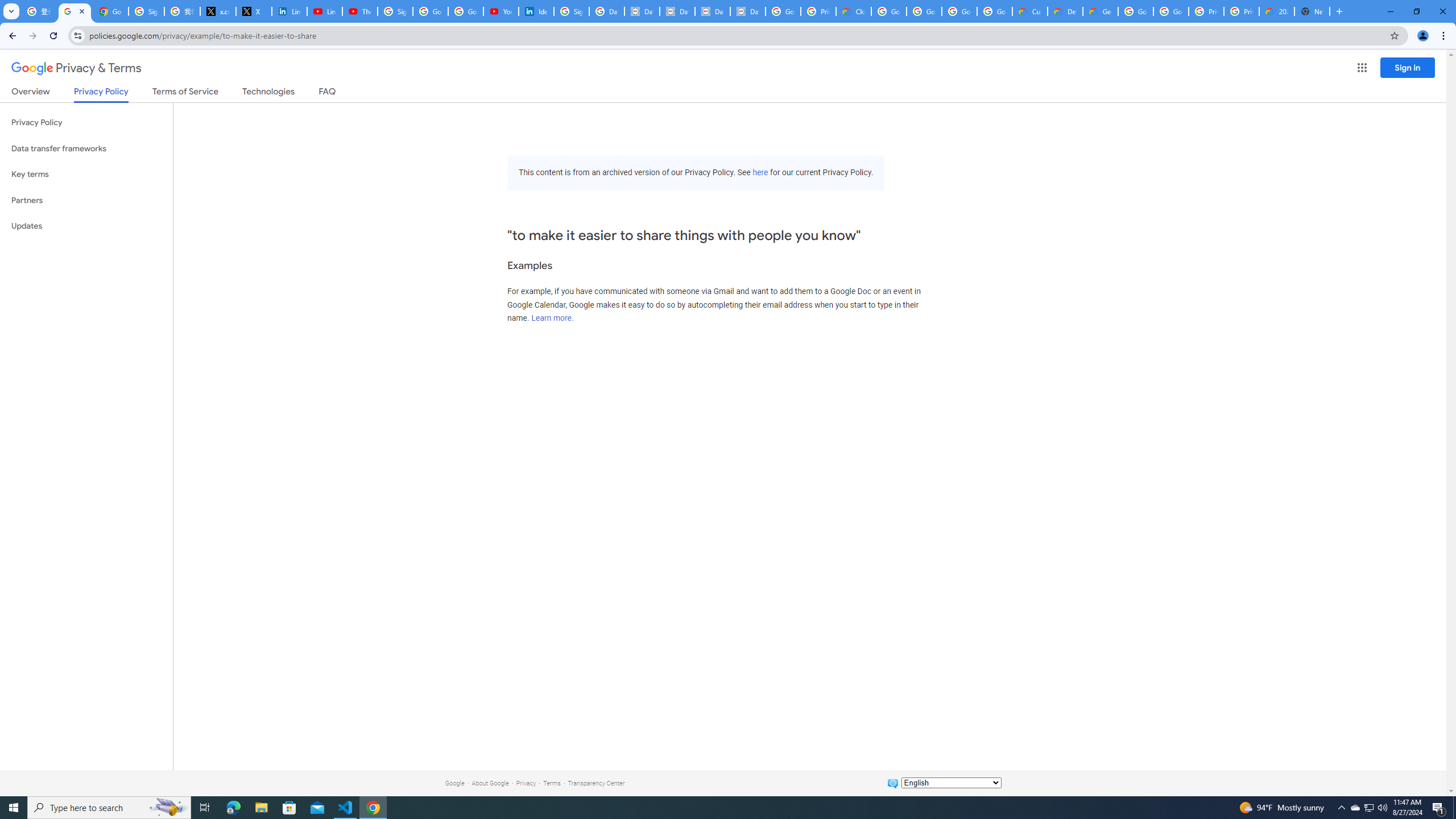  I want to click on 'Privacy & Terms', so click(76, 68).